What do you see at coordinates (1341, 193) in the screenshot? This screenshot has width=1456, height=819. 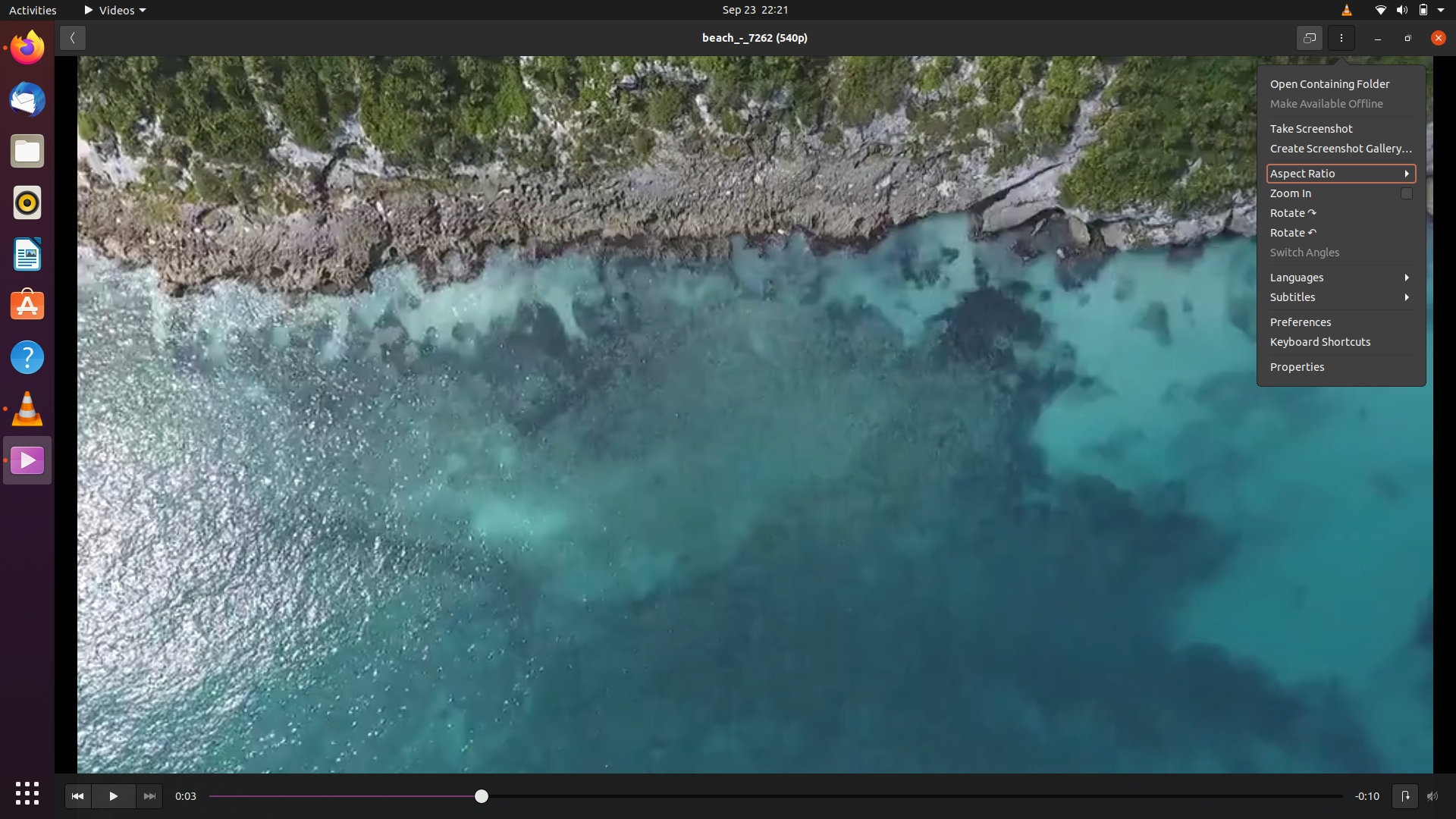 I see `Use the zoom in button to enlarge the video viewing frame` at bounding box center [1341, 193].